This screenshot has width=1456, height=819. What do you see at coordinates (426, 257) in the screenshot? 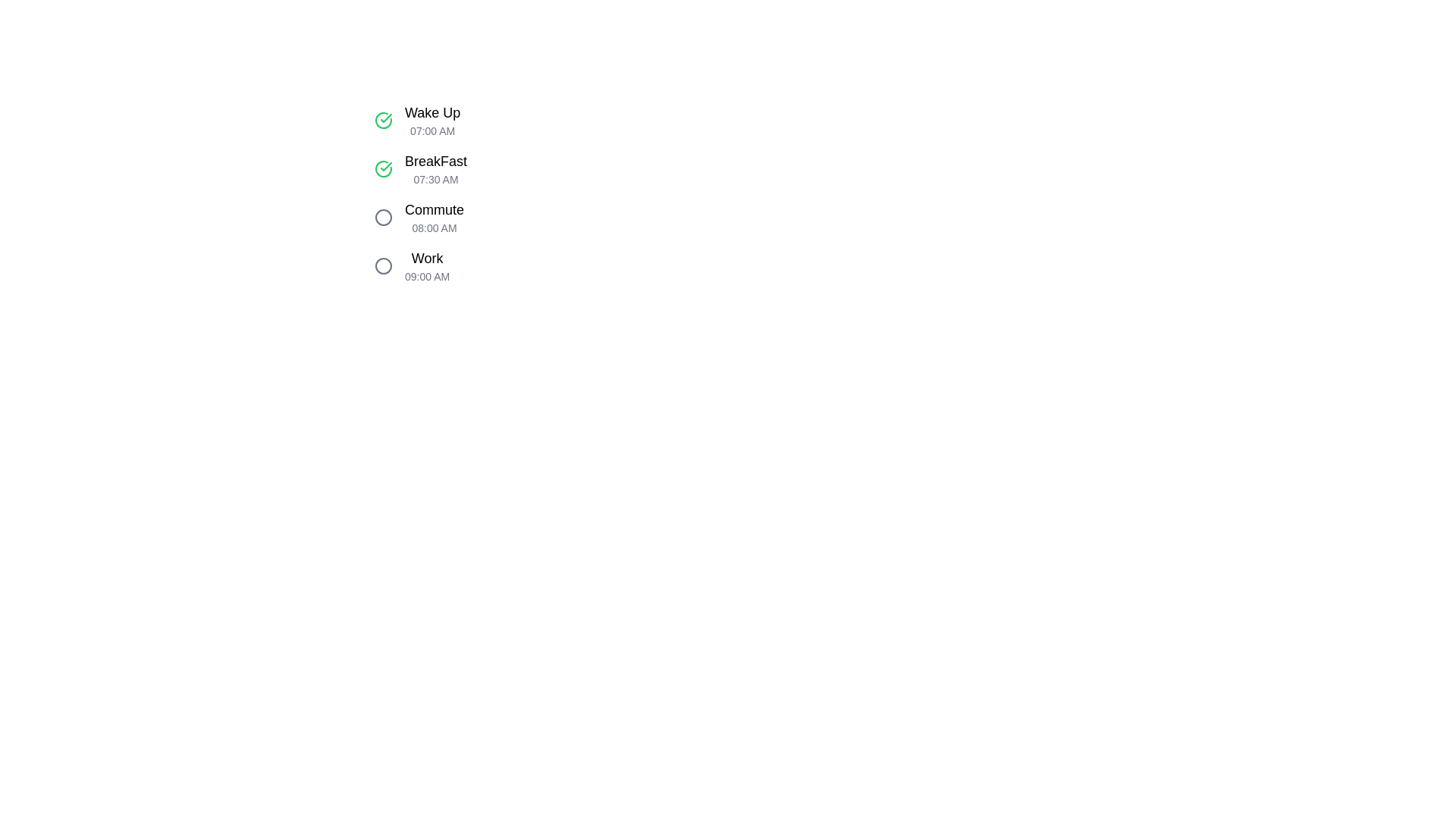
I see `the text label reading 'Work', which is the last item in a vertical list of entries including 'Commute'` at bounding box center [426, 257].